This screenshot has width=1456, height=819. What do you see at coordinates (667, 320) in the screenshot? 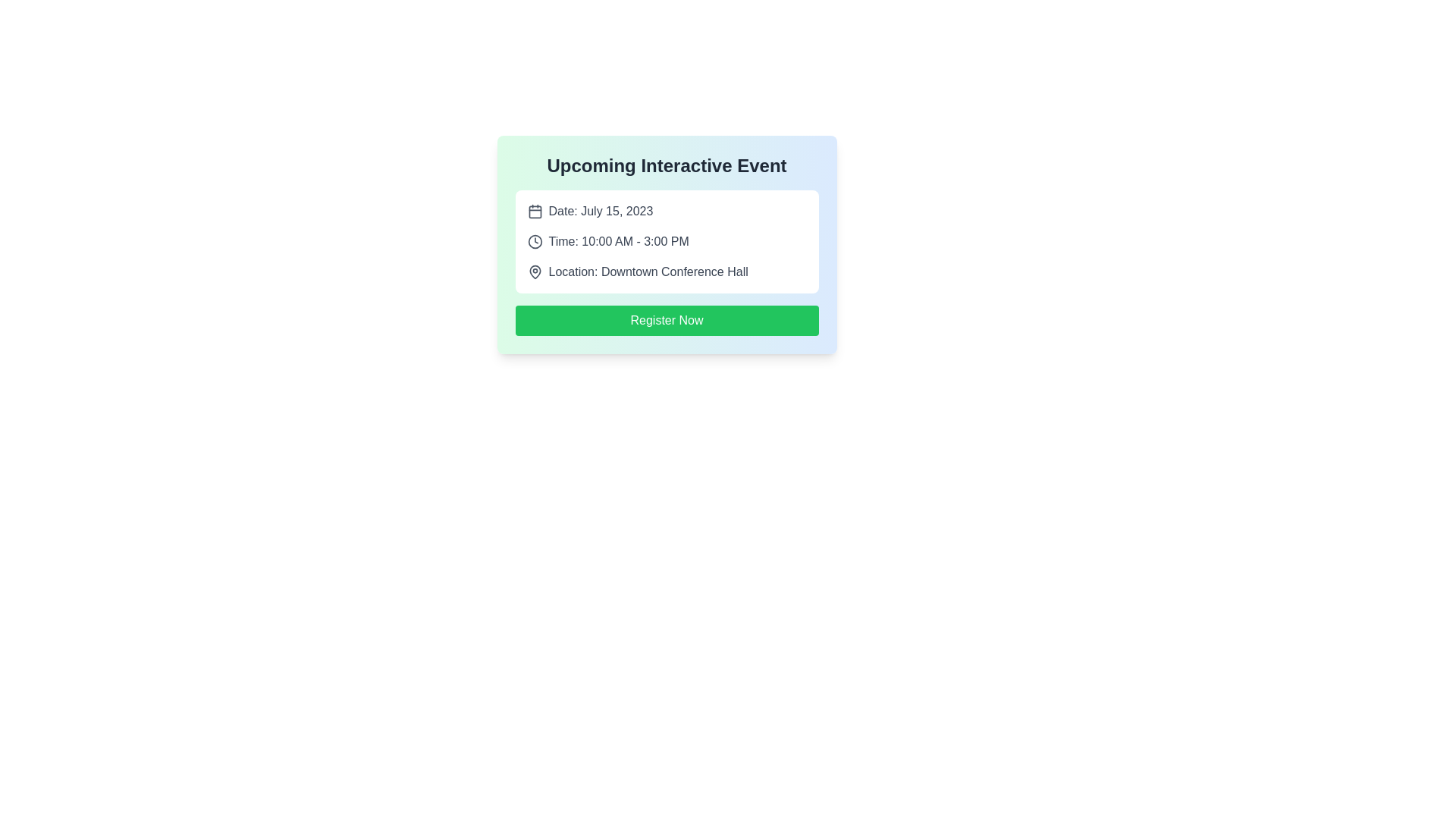
I see `the 'Register Now' button` at bounding box center [667, 320].